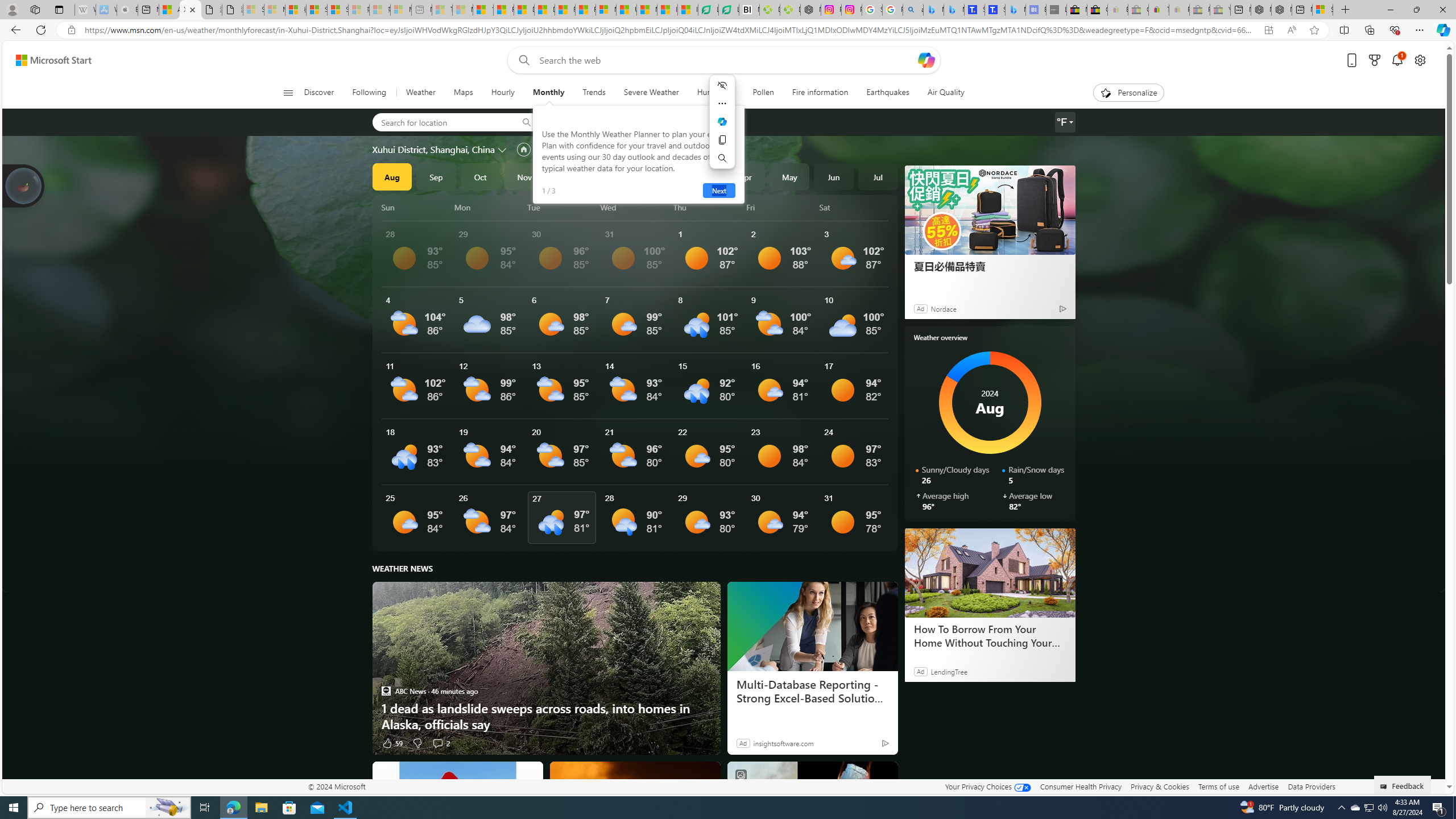 The height and width of the screenshot is (819, 1456). What do you see at coordinates (440, 122) in the screenshot?
I see `'Search for location'` at bounding box center [440, 122].